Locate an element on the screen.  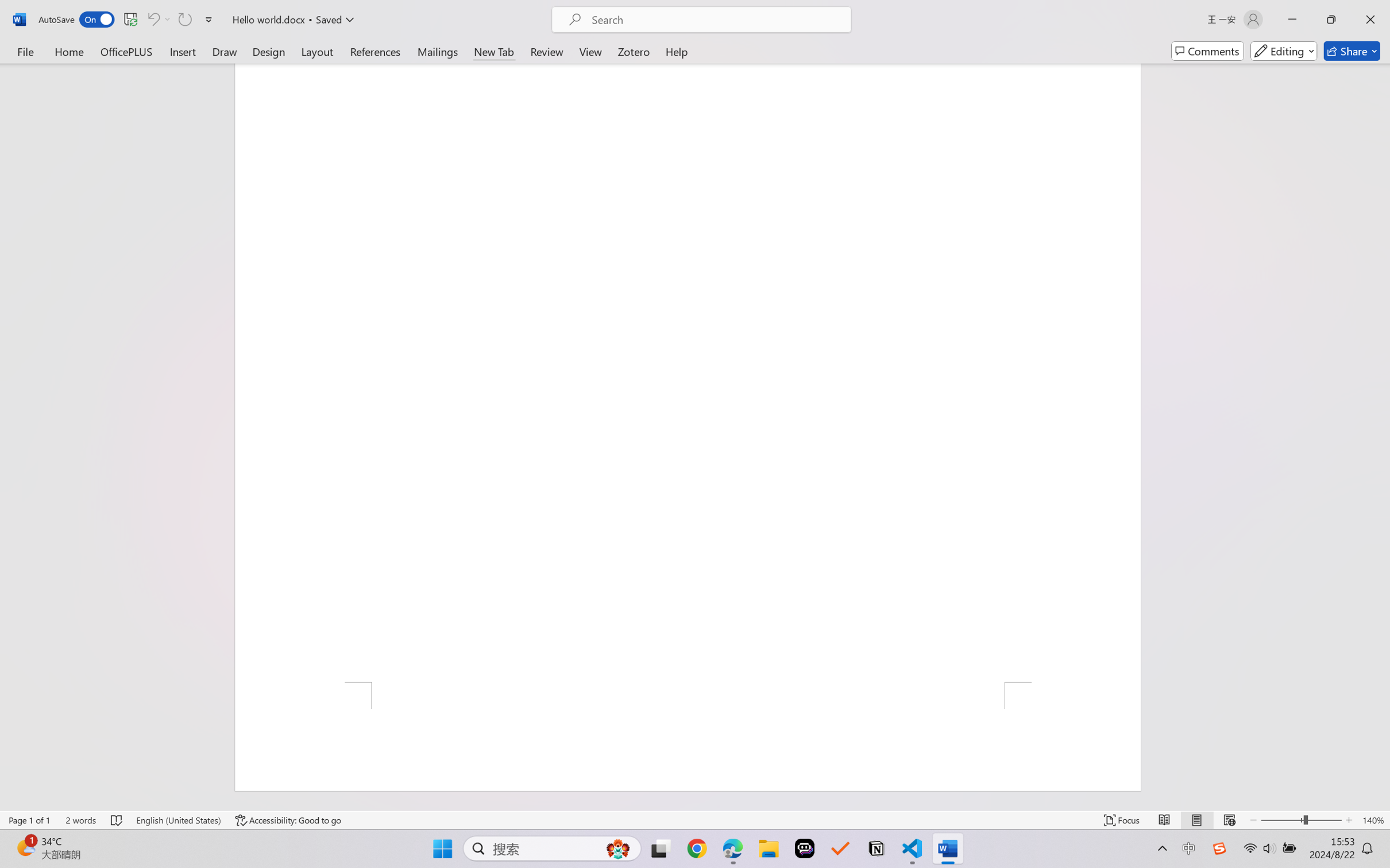
'Print Layout' is located at coordinates (1196, 820).